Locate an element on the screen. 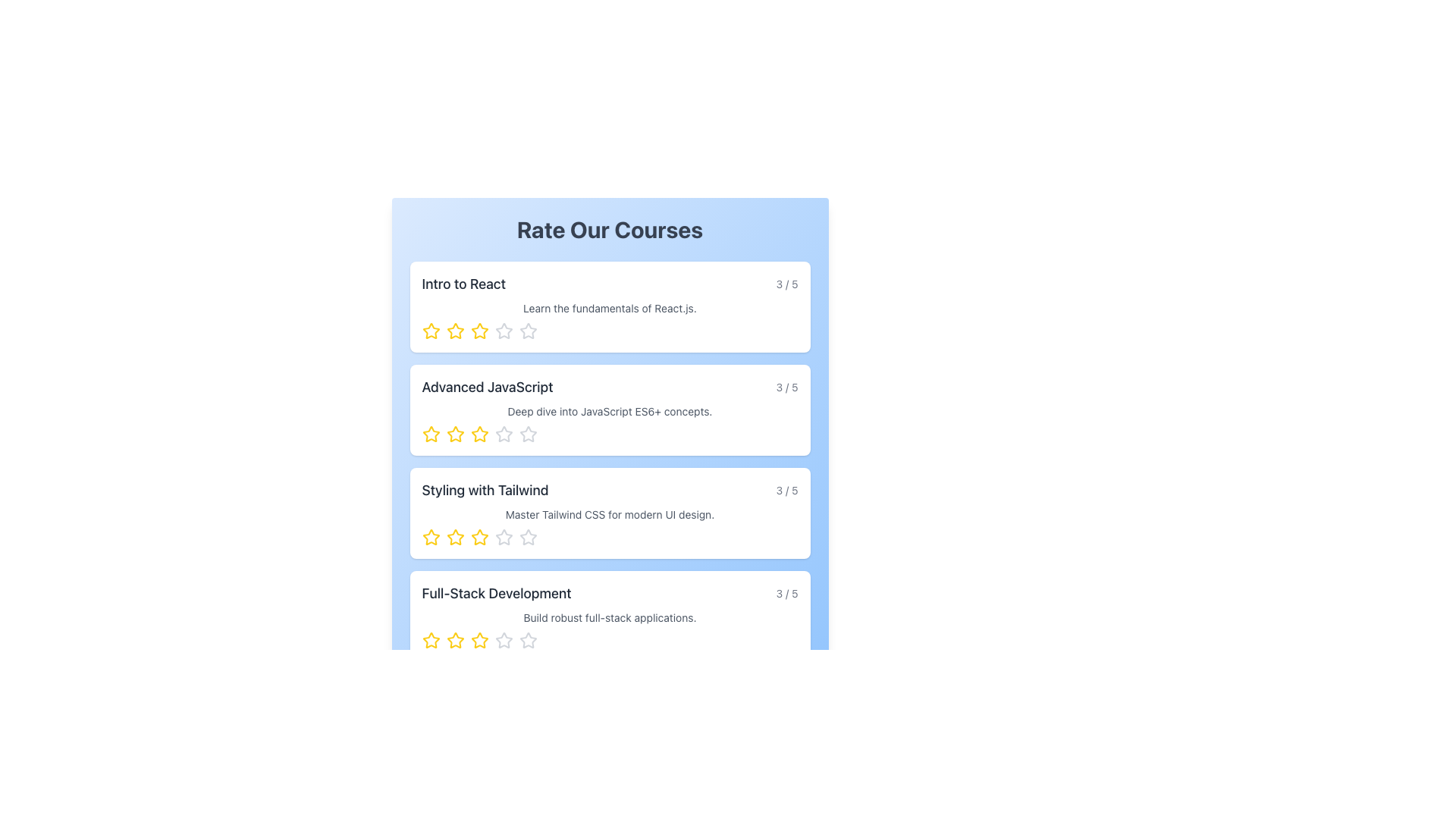 Image resolution: width=1456 pixels, height=819 pixels. the course title text located in the third row of the course list, positioned left of '3 / 5' under 'Rate Our Courses' is located at coordinates (484, 491).